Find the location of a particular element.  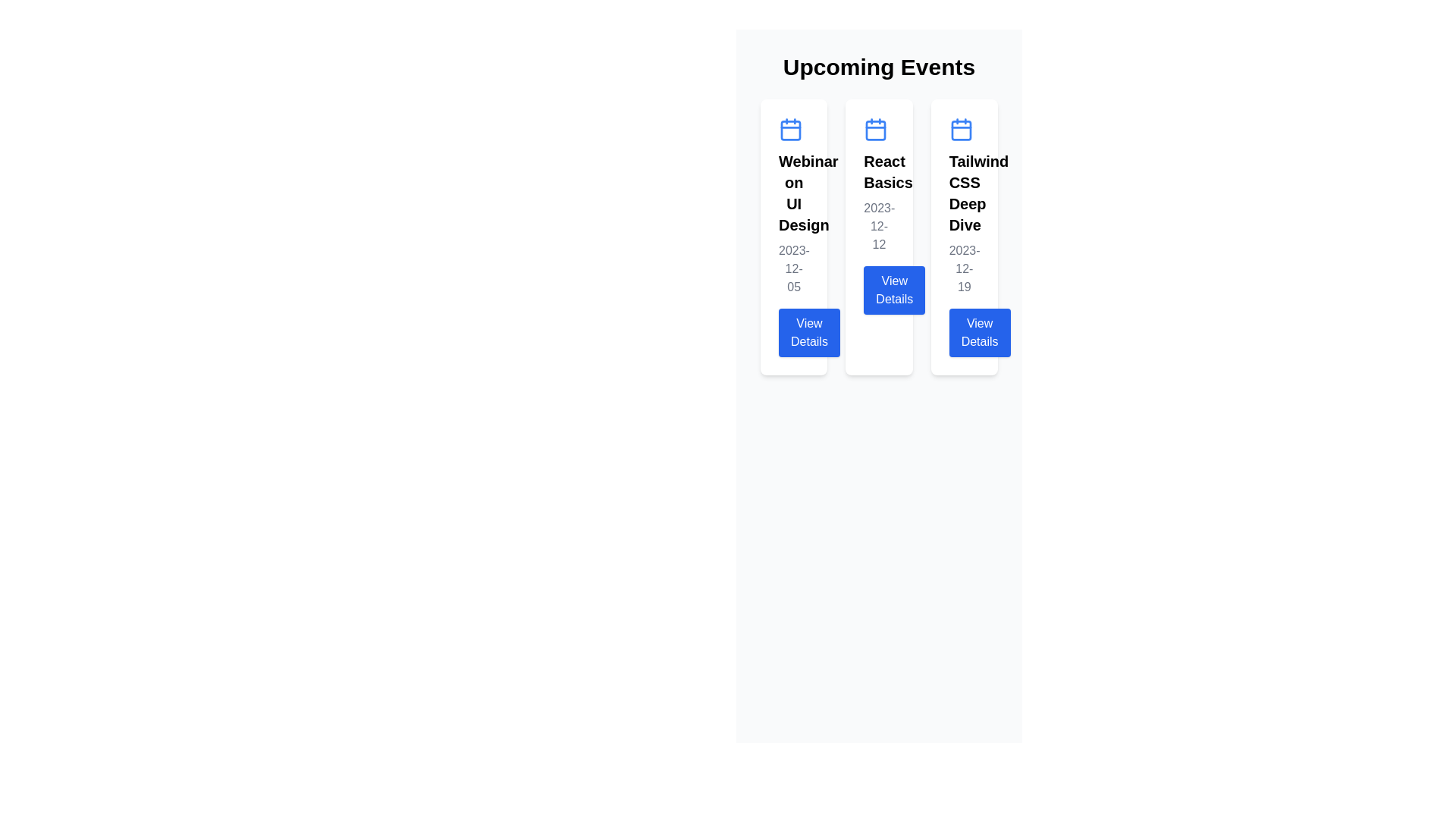

the static text display showing the date '2023-12-12' located beneath the title 'React Basics' in the second card of a three-card layout is located at coordinates (879, 227).